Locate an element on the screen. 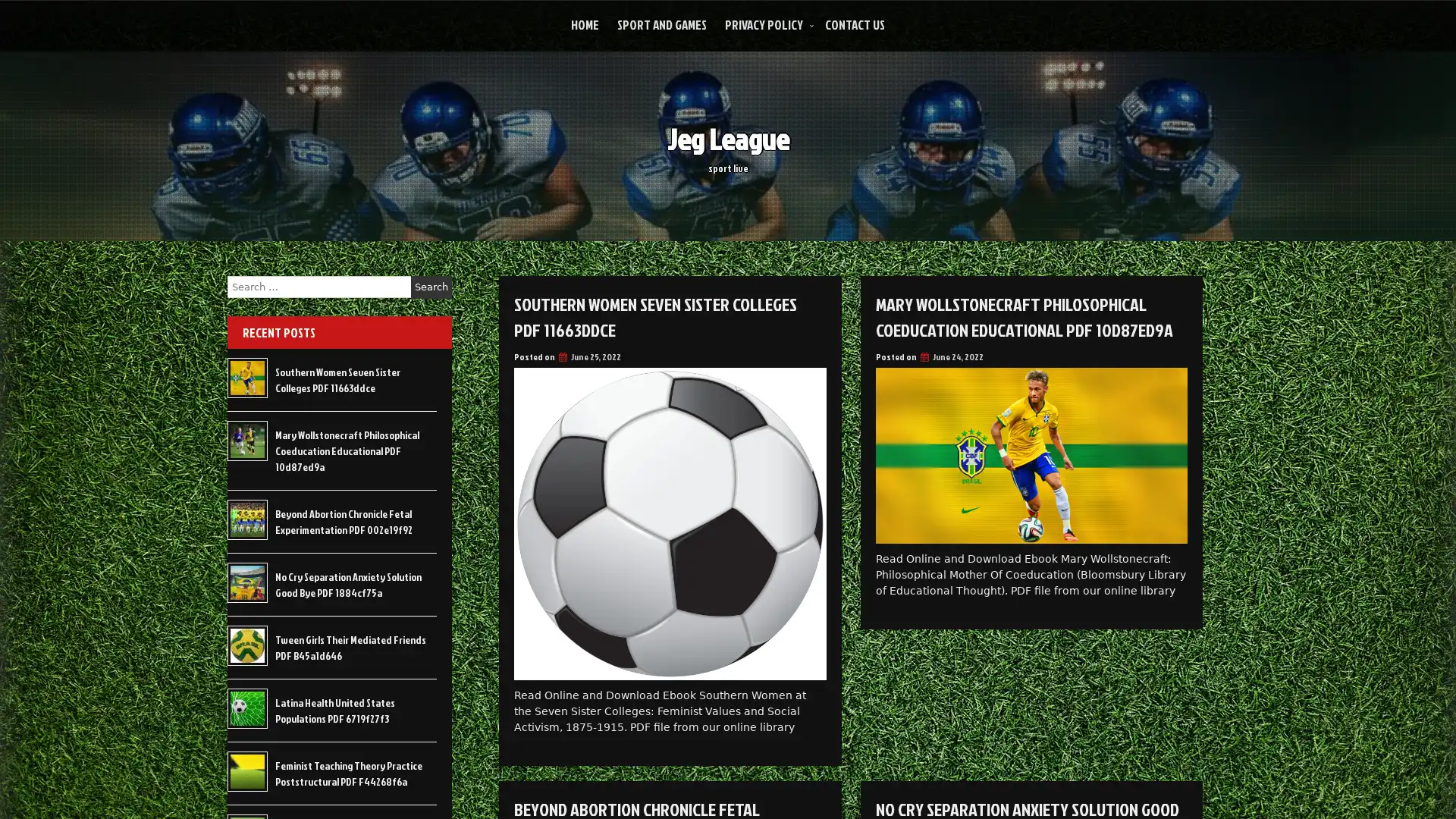 This screenshot has width=1456, height=819. Search is located at coordinates (431, 287).